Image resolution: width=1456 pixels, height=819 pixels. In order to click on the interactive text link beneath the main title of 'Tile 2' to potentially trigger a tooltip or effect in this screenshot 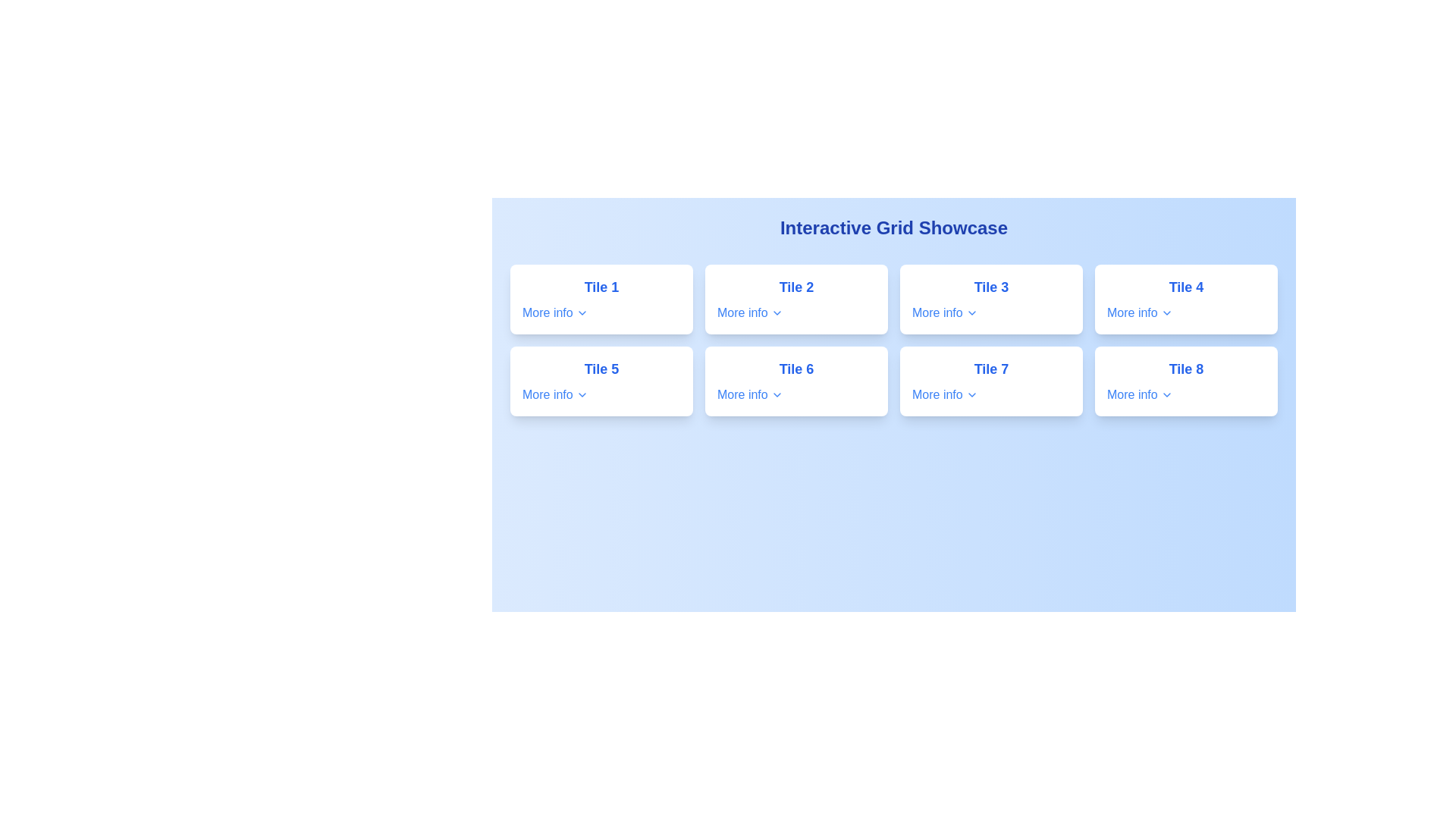, I will do `click(750, 312)`.